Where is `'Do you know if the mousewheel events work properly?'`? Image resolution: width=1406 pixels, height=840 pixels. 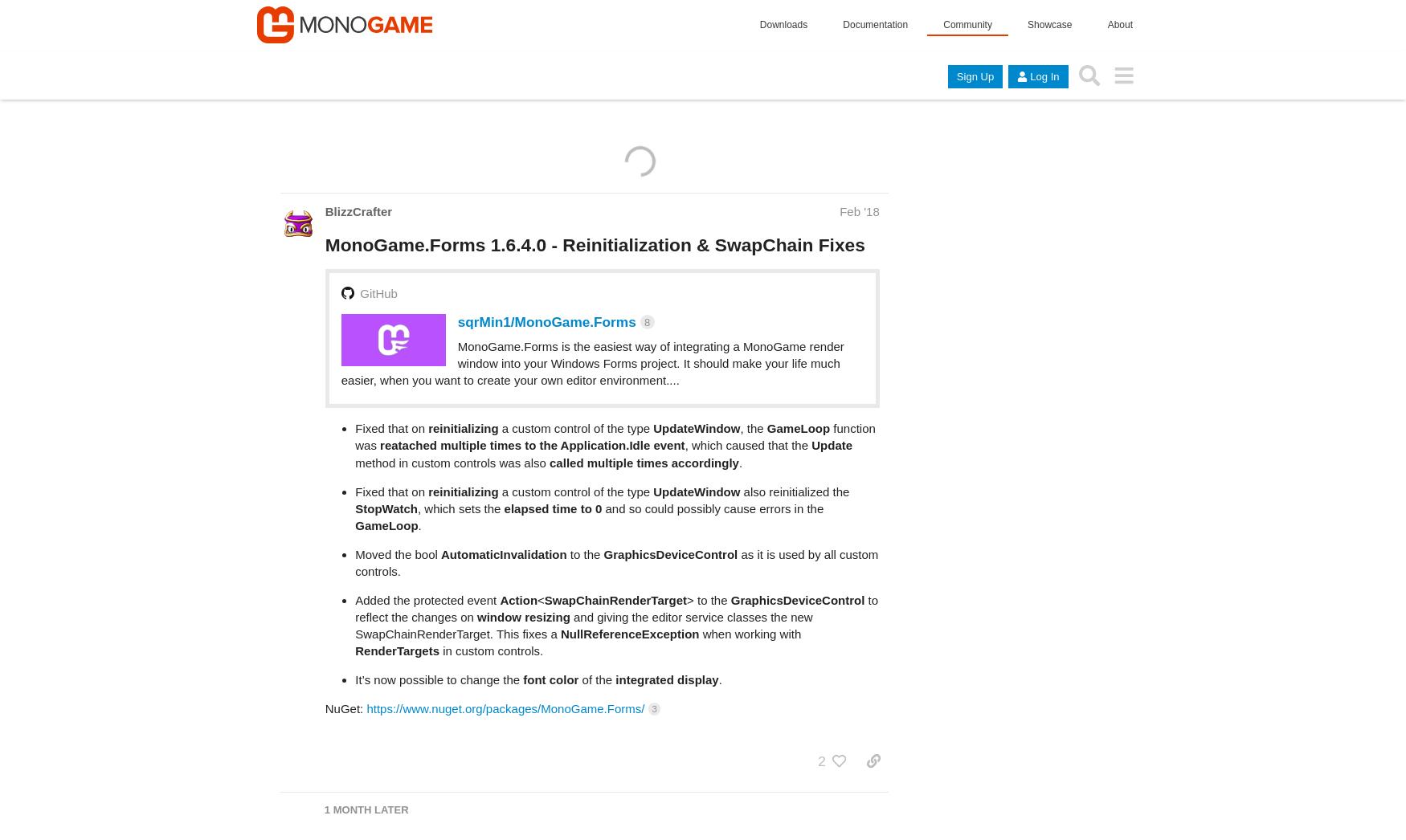 'Do you know if the mousewheel events work properly?' is located at coordinates (324, 814).